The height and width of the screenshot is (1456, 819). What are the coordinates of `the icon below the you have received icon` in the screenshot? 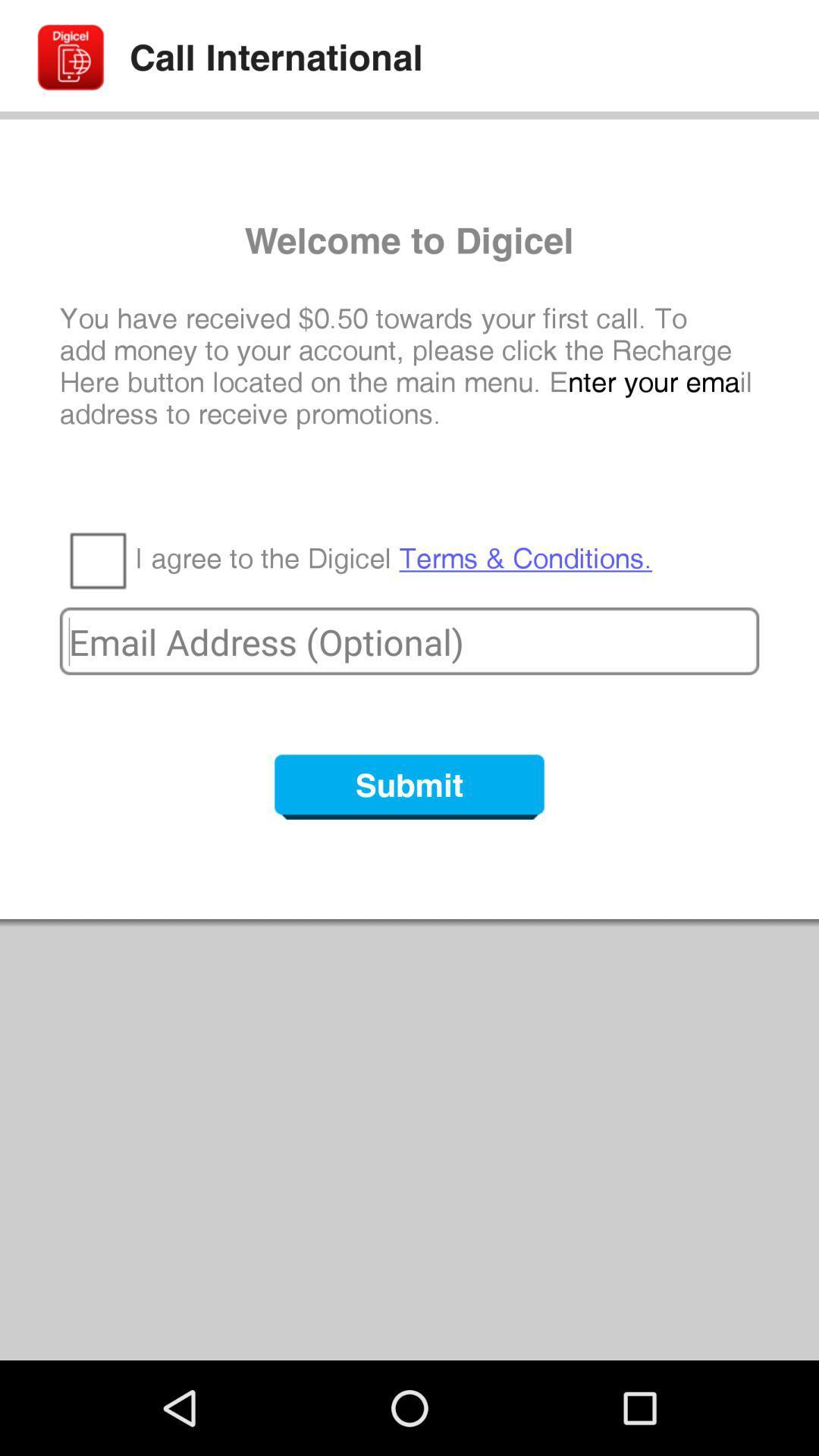 It's located at (393, 558).